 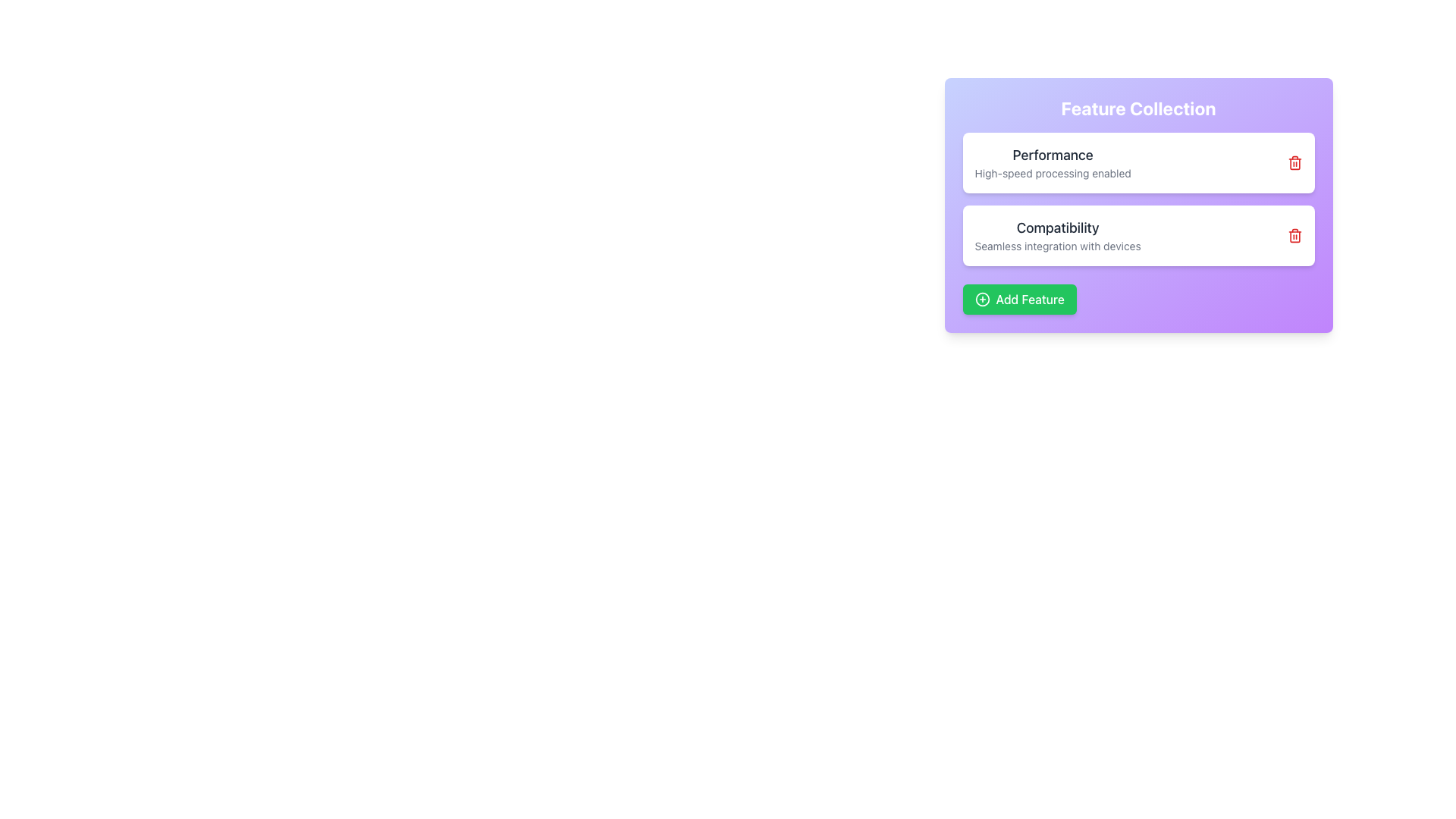 What do you see at coordinates (1057, 227) in the screenshot?
I see `the text label displaying 'Compatibility' in bold, larger dark gray font, positioned above 'Seamless integration with devices' within the 'Feature Collection' card` at bounding box center [1057, 227].